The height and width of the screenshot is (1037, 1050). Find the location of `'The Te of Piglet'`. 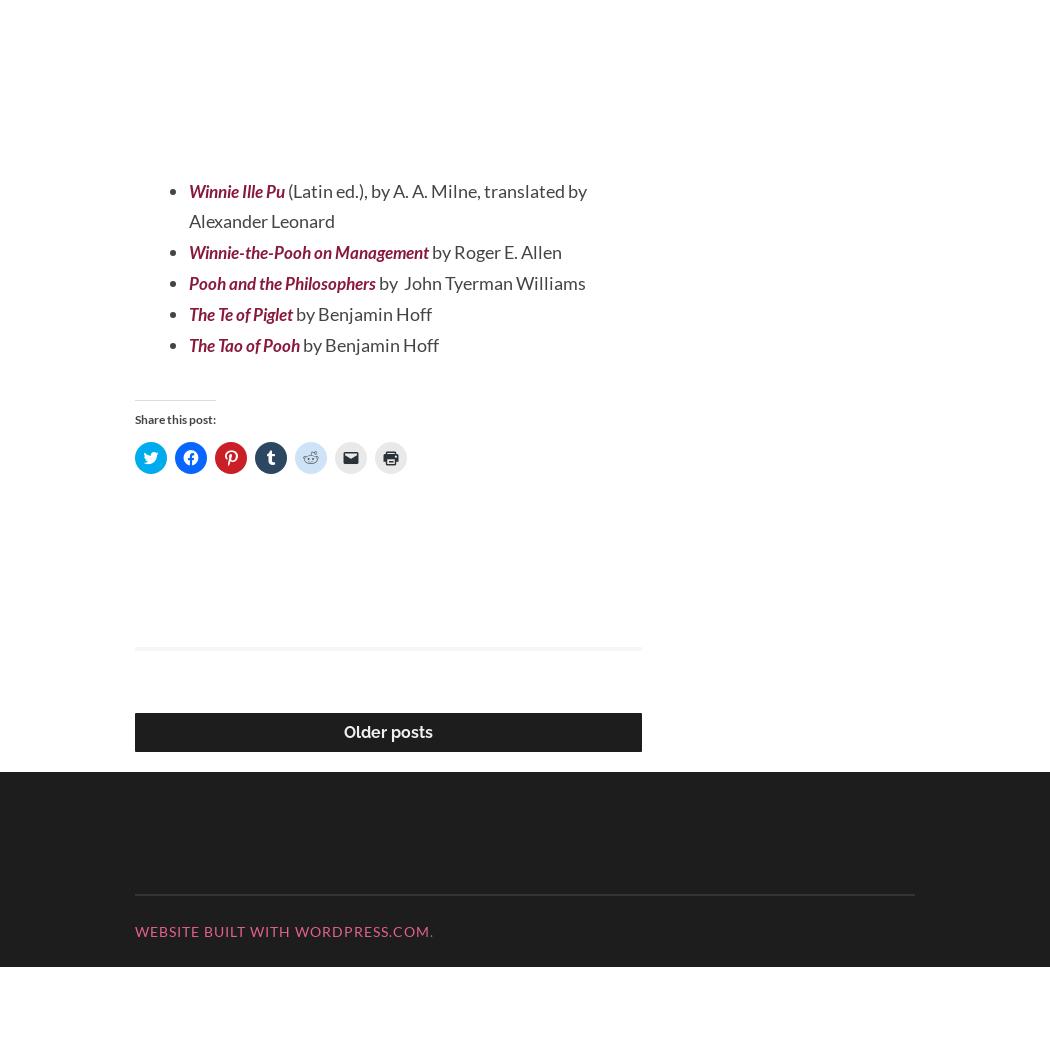

'The Te of Piglet' is located at coordinates (246, 384).